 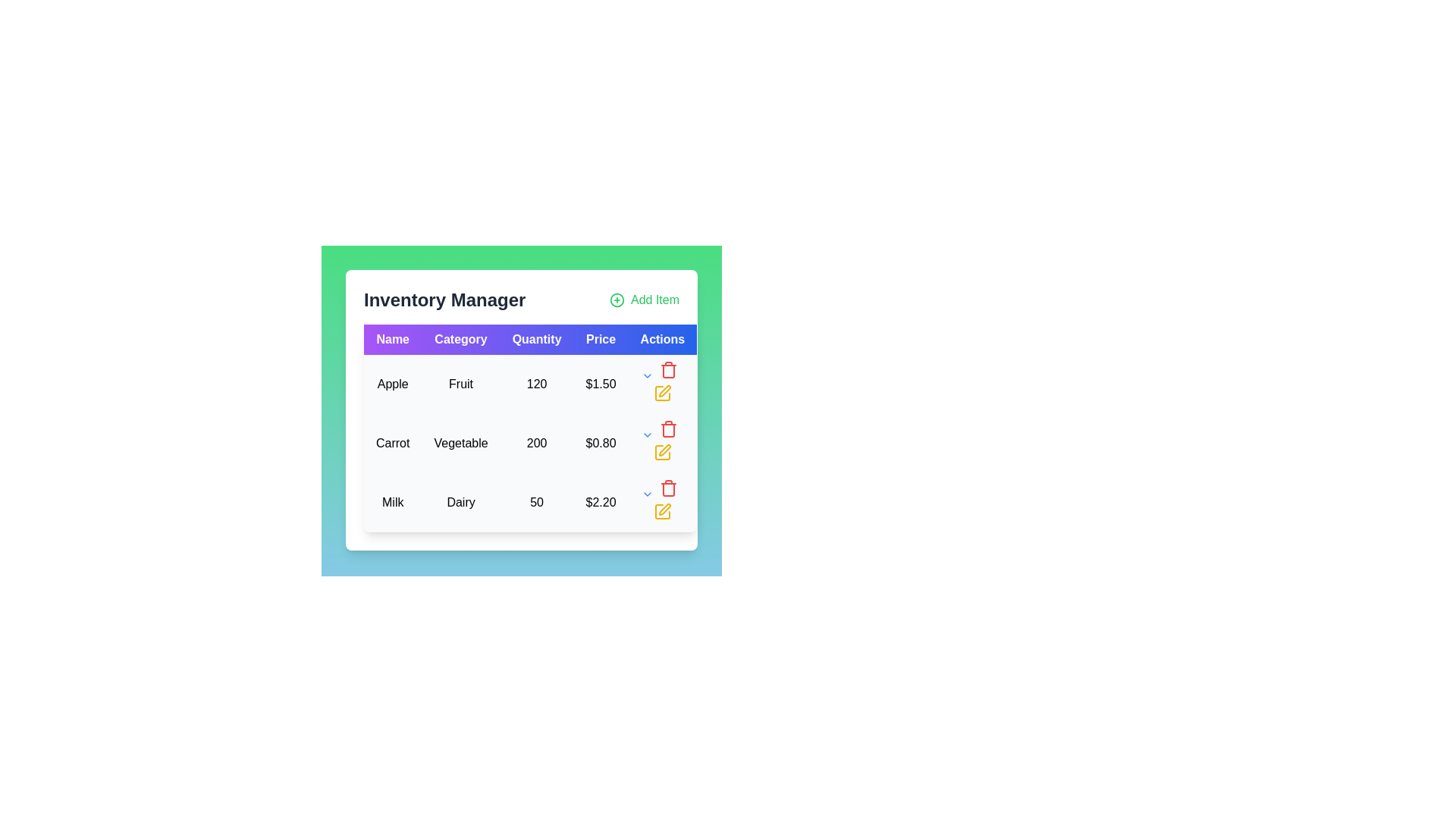 I want to click on label text from the Table Header Cell labeled 'Category', which is the second cell in the header row of the table with a purple background and white bold font, so click(x=460, y=338).